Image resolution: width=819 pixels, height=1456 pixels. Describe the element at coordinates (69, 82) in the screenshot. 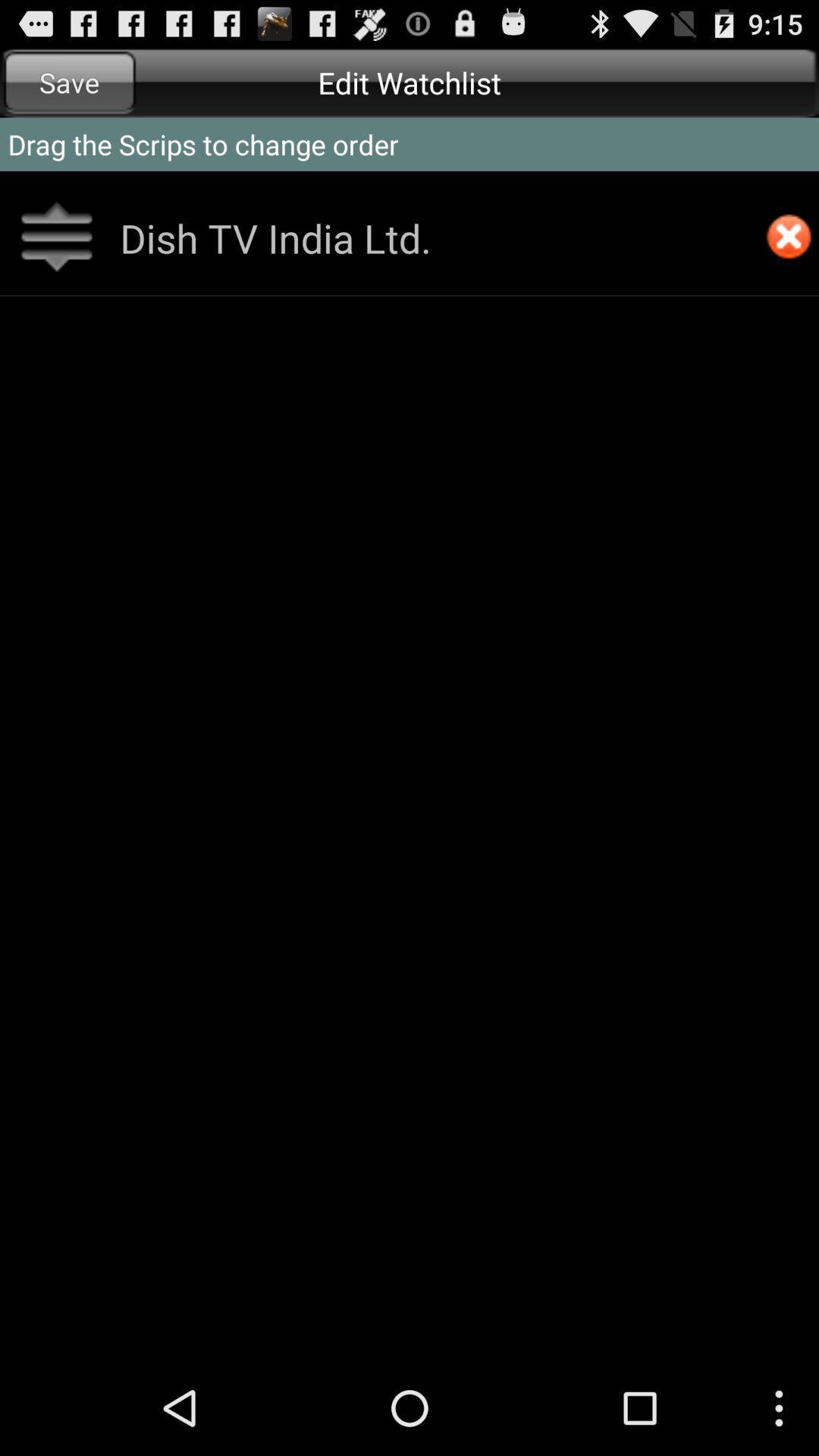

I see `save` at that location.